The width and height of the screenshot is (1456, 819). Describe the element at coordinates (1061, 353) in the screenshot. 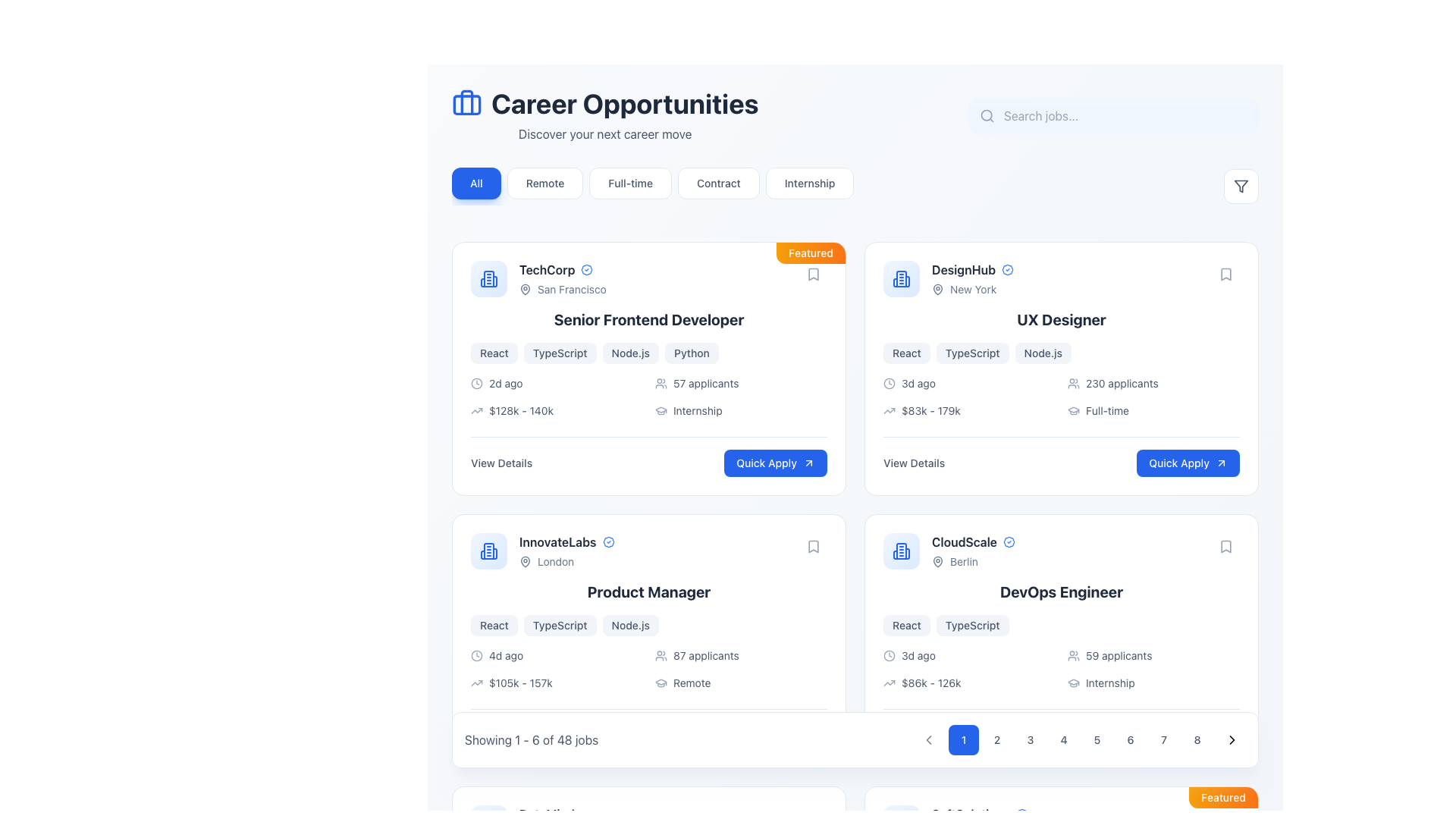

I see `one of the badges in the horizontal list of technology badges ('React', 'TypeScript', 'Node.js') located beneath the job title for the 'UX Designer' position by 'DesignHub'` at that location.